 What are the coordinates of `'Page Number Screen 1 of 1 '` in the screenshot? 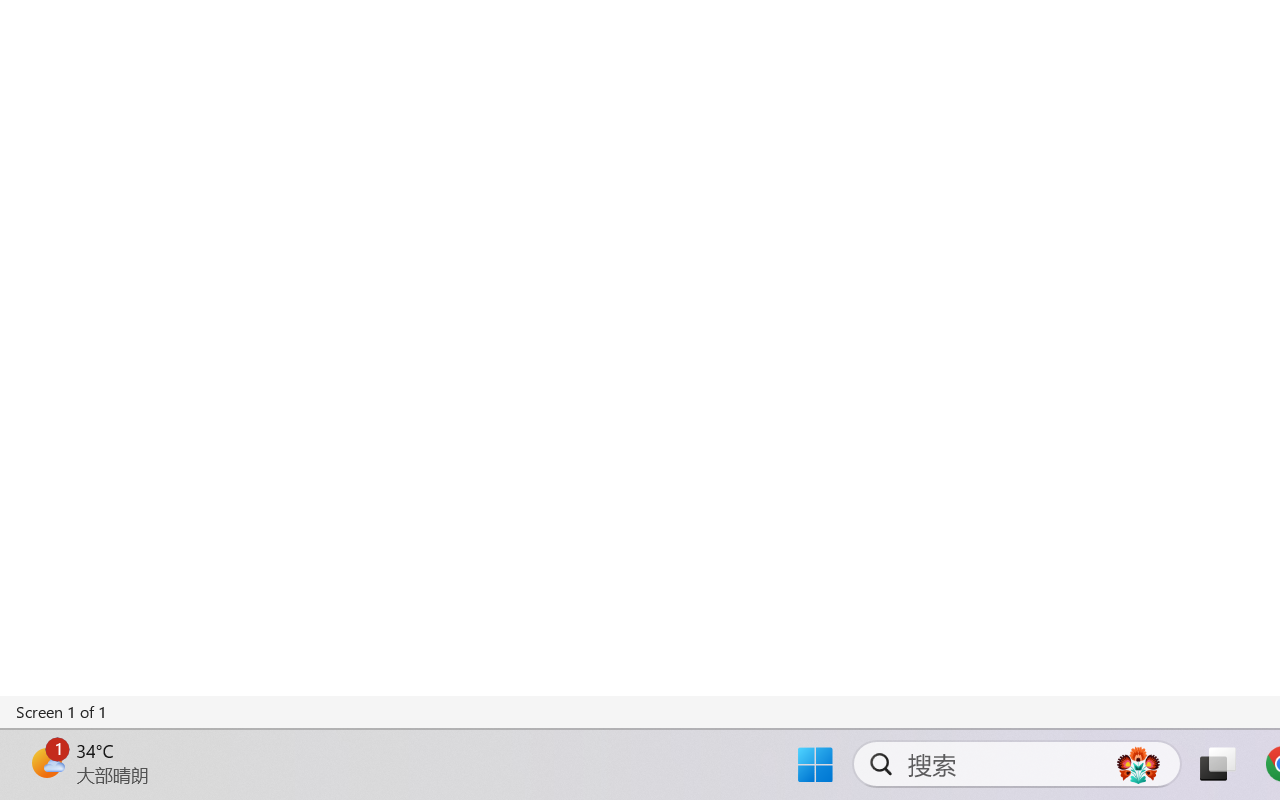 It's located at (62, 711).